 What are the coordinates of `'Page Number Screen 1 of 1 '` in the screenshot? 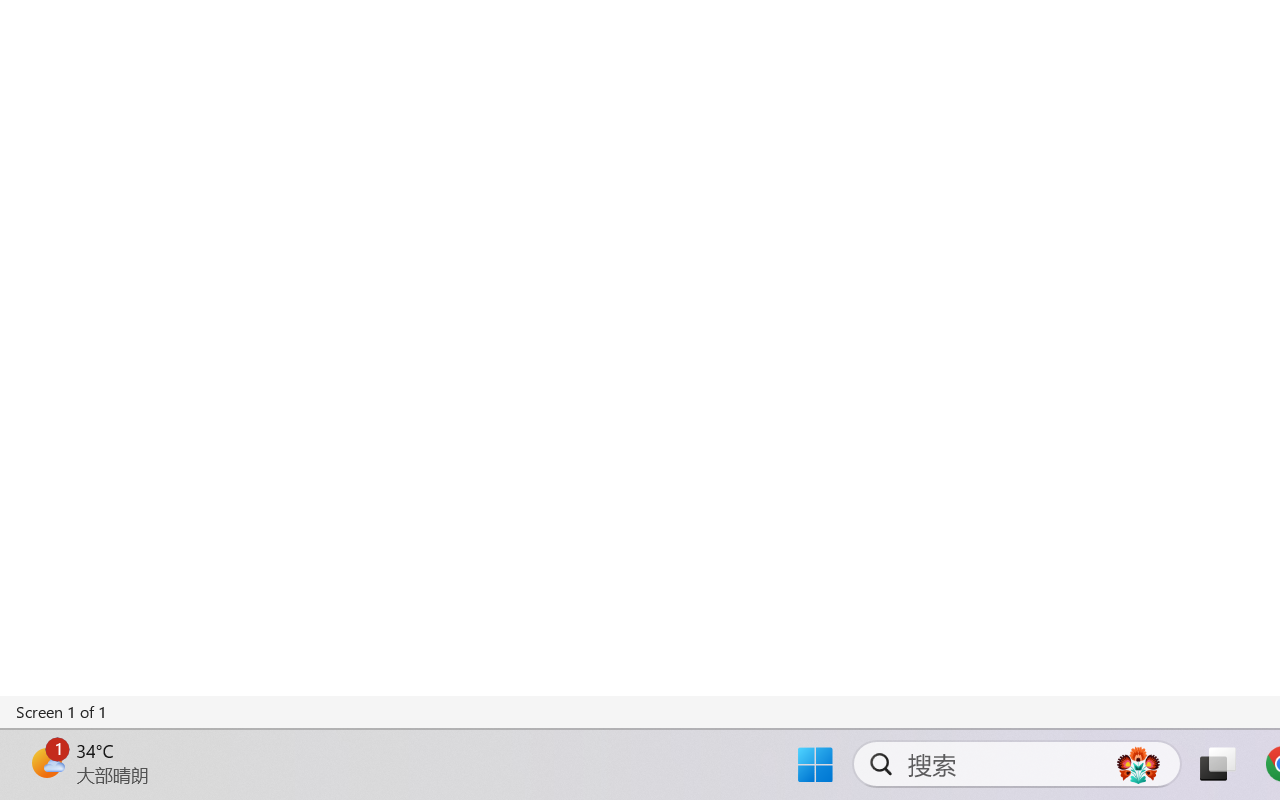 It's located at (62, 711).